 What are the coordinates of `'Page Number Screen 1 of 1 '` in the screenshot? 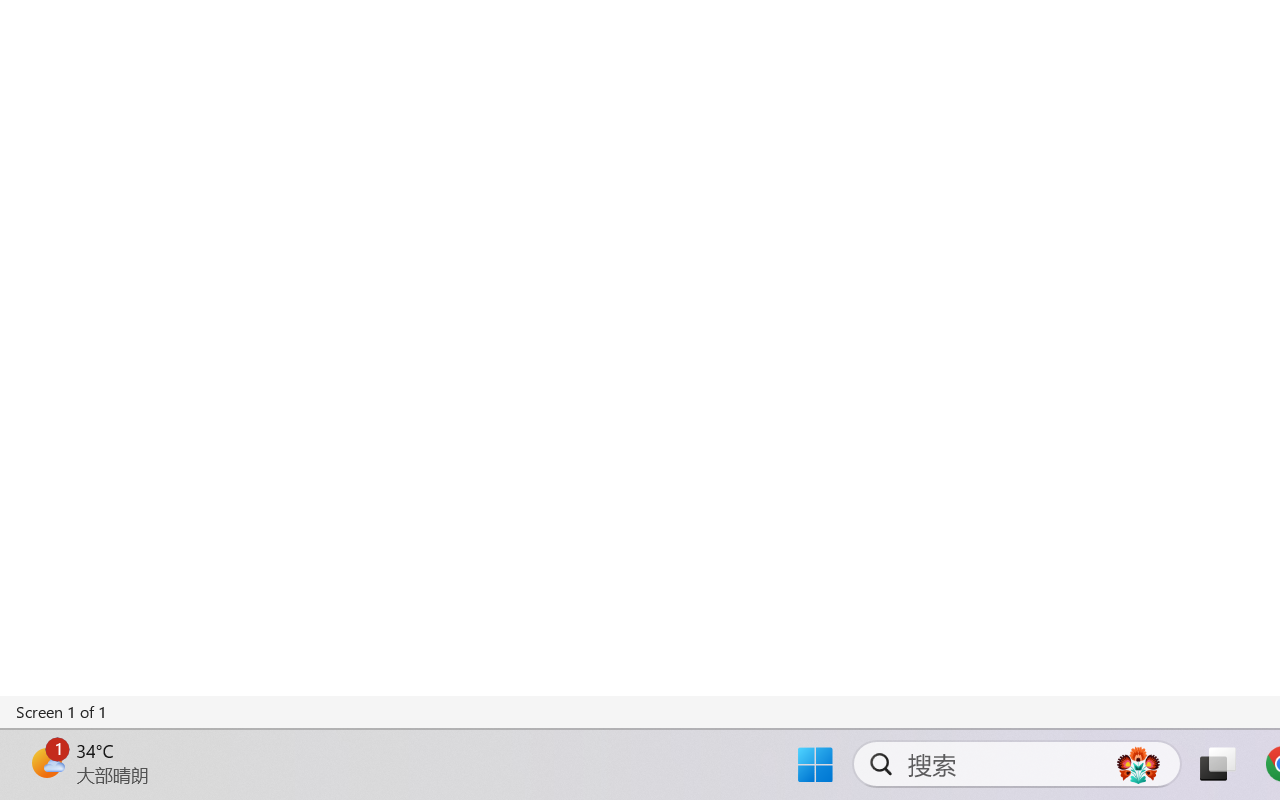 It's located at (62, 711).